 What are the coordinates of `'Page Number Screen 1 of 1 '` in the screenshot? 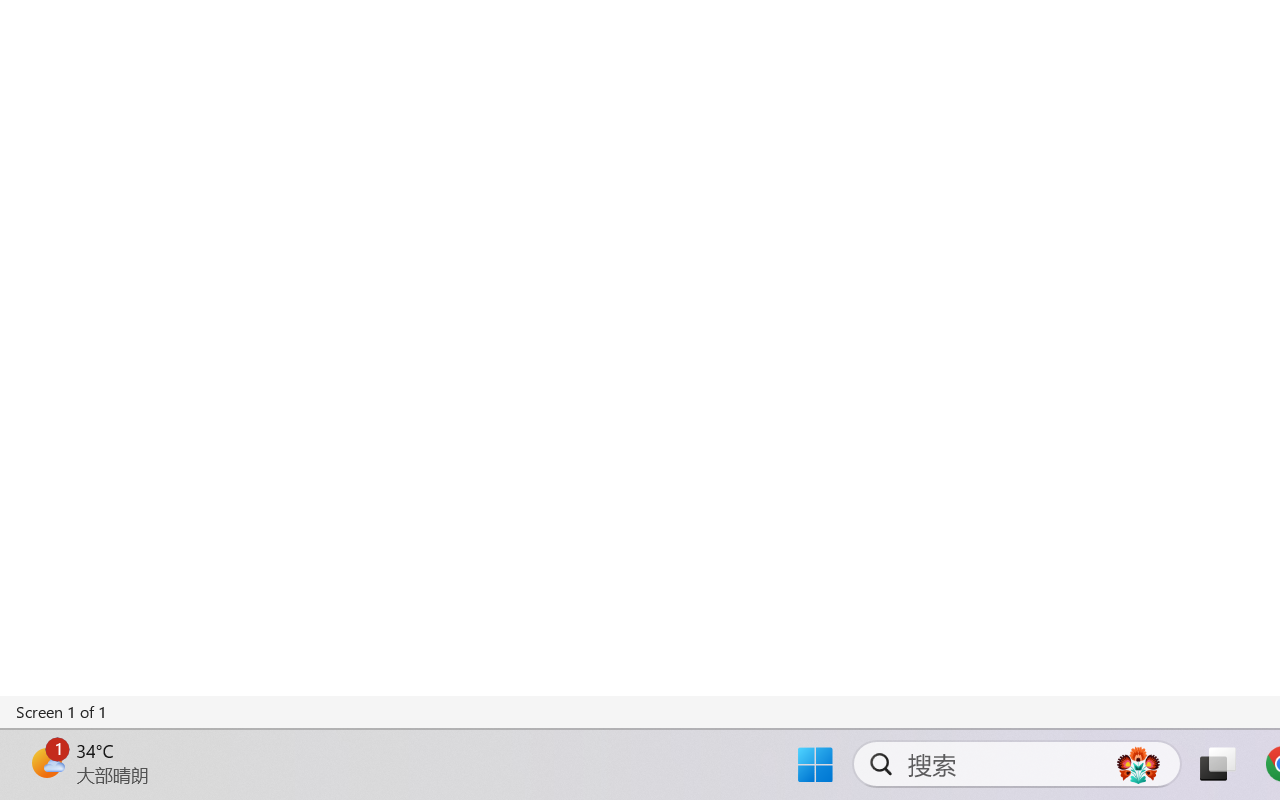 It's located at (62, 711).